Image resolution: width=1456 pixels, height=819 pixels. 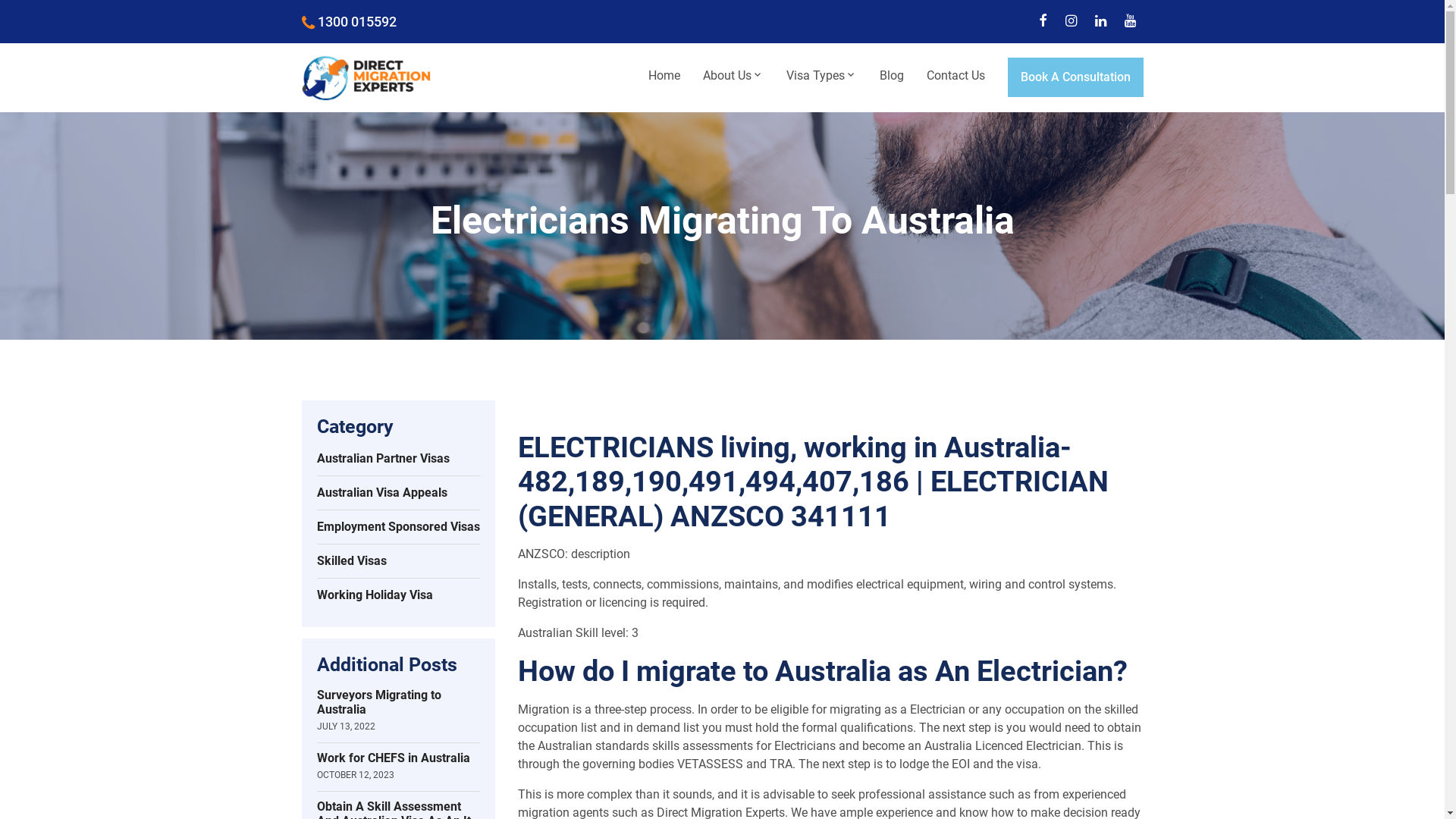 What do you see at coordinates (1074, 77) in the screenshot?
I see `'Book A Consultation'` at bounding box center [1074, 77].